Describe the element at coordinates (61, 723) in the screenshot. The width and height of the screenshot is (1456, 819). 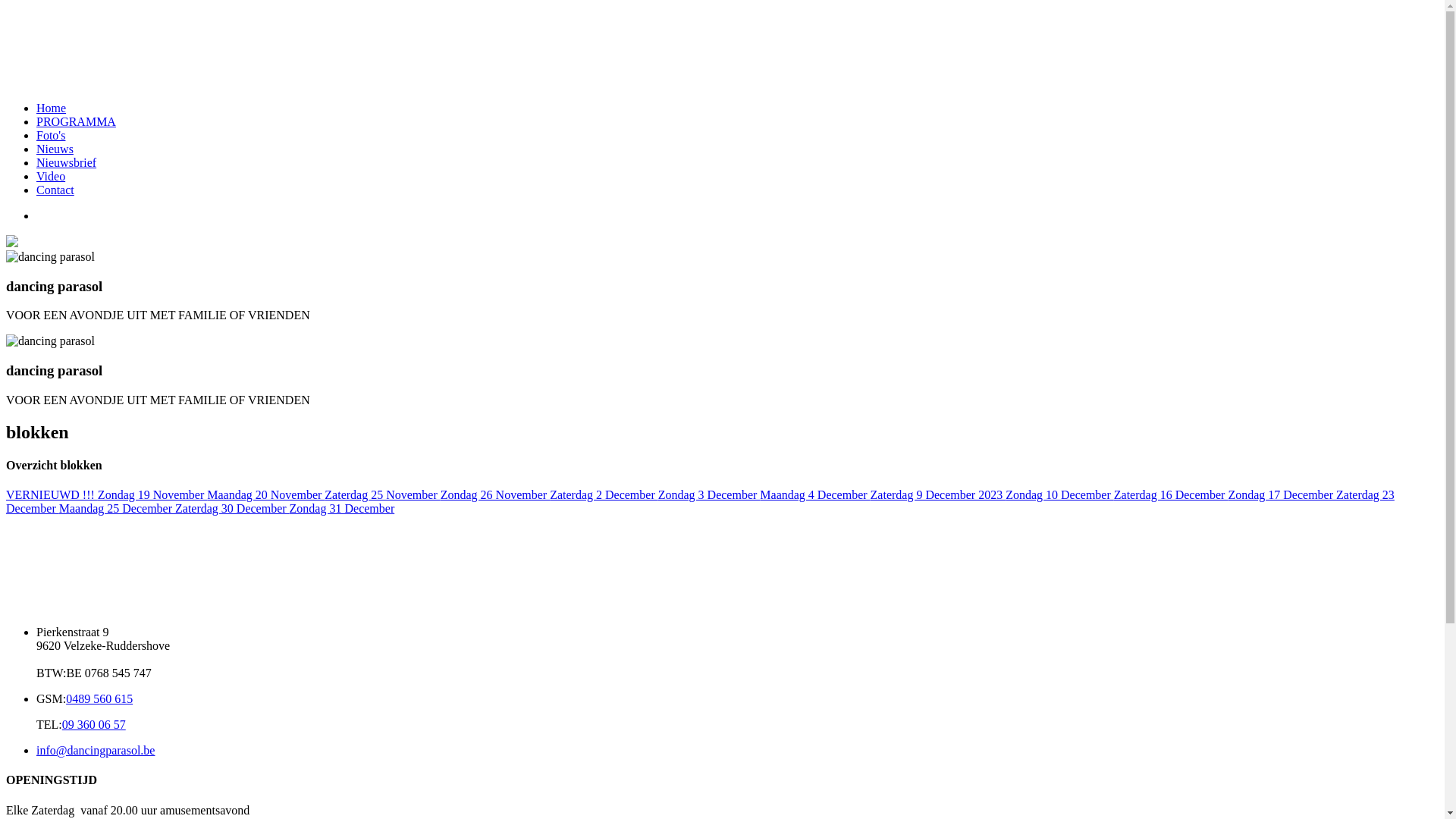
I see `'09 360 06 57'` at that location.